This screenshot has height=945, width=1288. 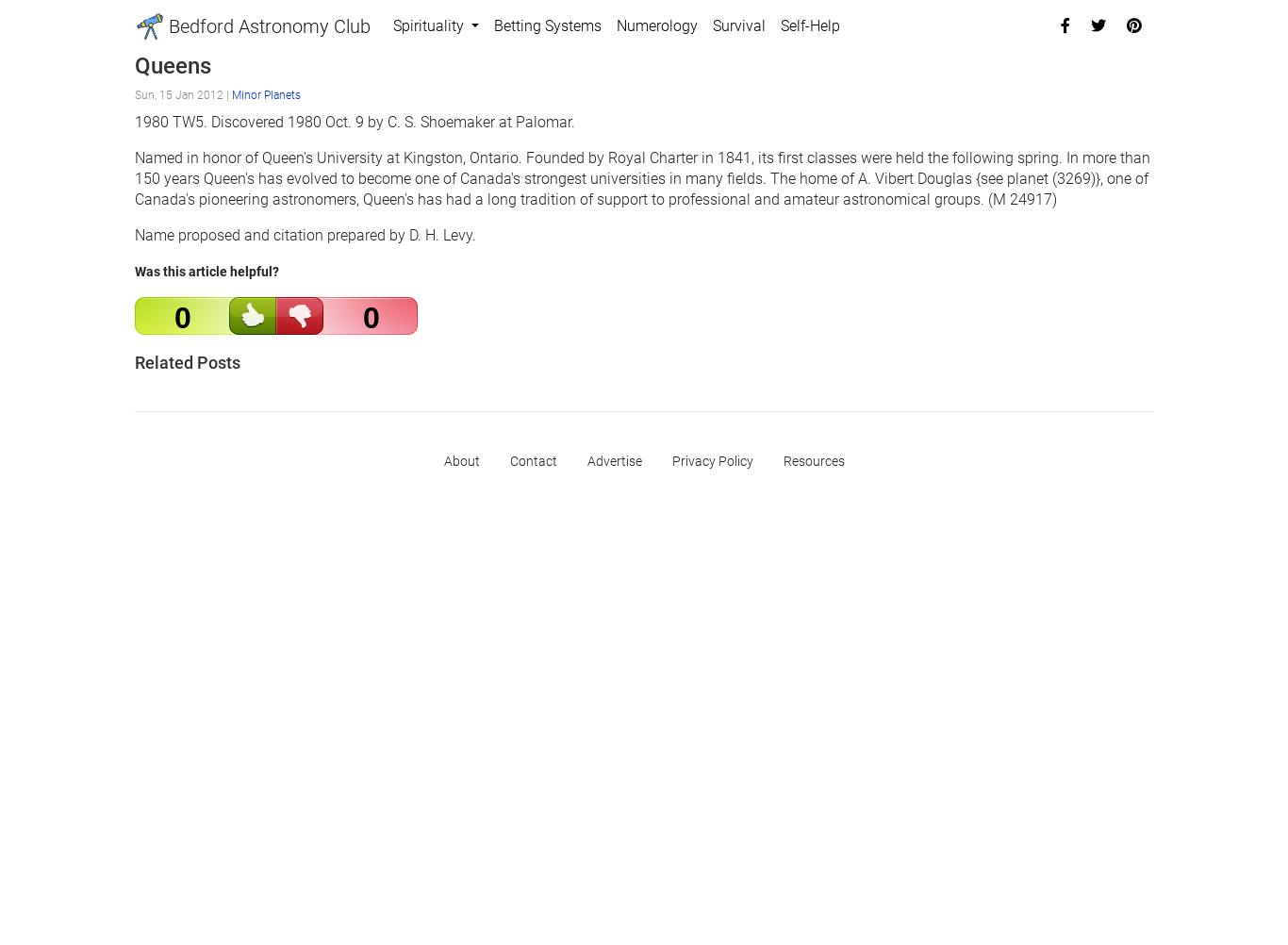 What do you see at coordinates (641, 177) in the screenshot?
I see `'Named in honor of Queen's University at Kingston, Ontario. Founded by Royal Charter in 1841, its first classes were held the following spring. In more than 150 years Queen's has evolved to become one of Canada's strongest universities in many fields. The home of A. Vibert Douglas {see planet (3269)}, one of Canada's pioneering astronomers, Queen's has had a long tradition of support to professional and amateur astronomical groups. (M 24917)'` at bounding box center [641, 177].